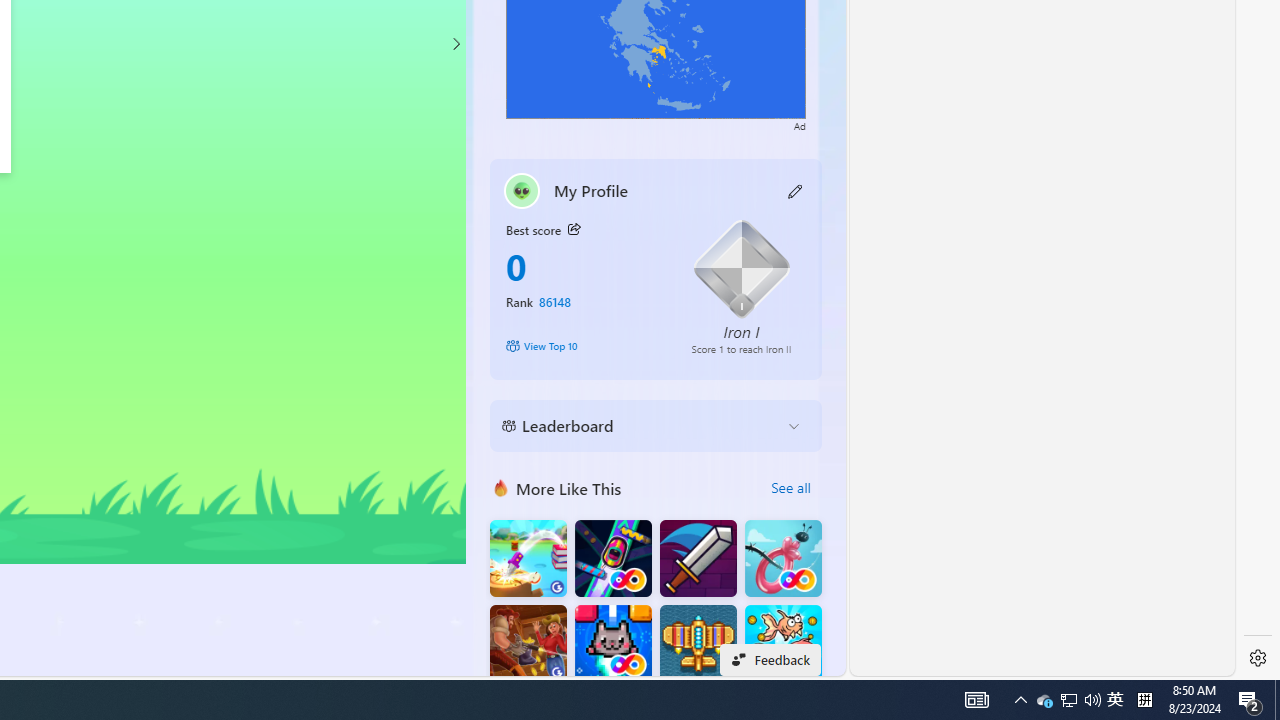 The height and width of the screenshot is (720, 1280). Describe the element at coordinates (528, 643) in the screenshot. I see `'Saloon Robbery'` at that location.